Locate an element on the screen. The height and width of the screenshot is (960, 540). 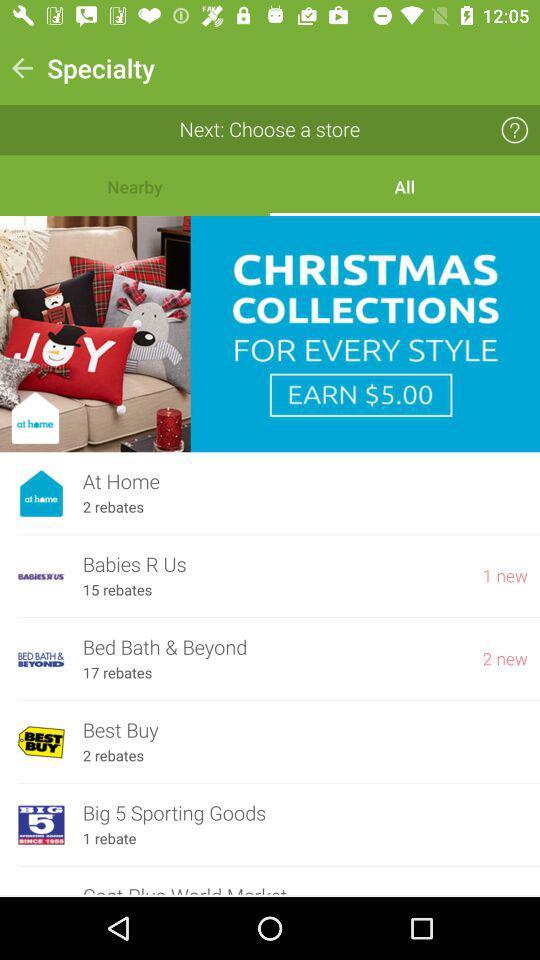
icon below bed bath & beyond item is located at coordinates (117, 673).